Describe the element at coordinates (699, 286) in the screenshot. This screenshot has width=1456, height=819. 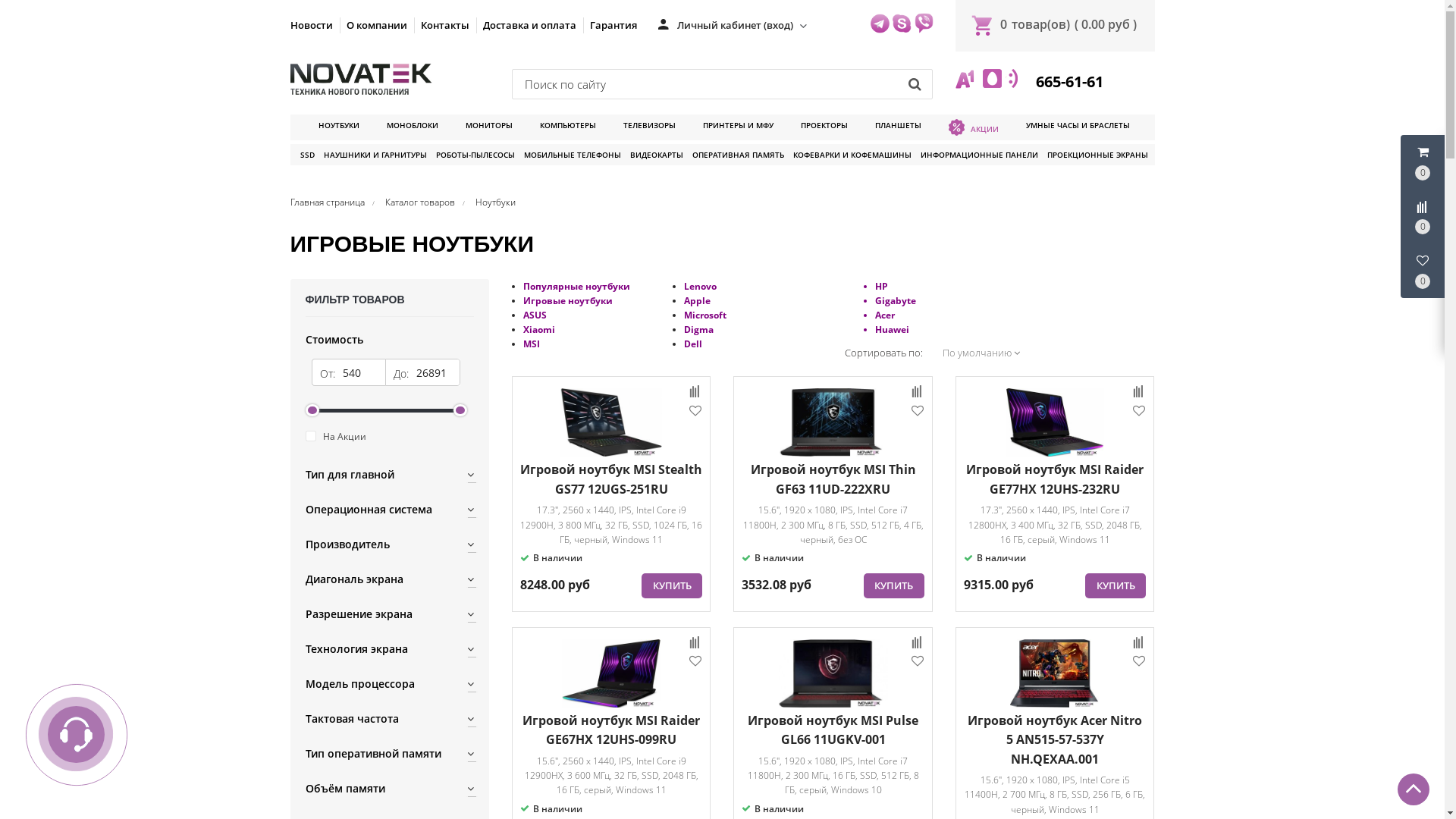
I see `'Lenovo'` at that location.